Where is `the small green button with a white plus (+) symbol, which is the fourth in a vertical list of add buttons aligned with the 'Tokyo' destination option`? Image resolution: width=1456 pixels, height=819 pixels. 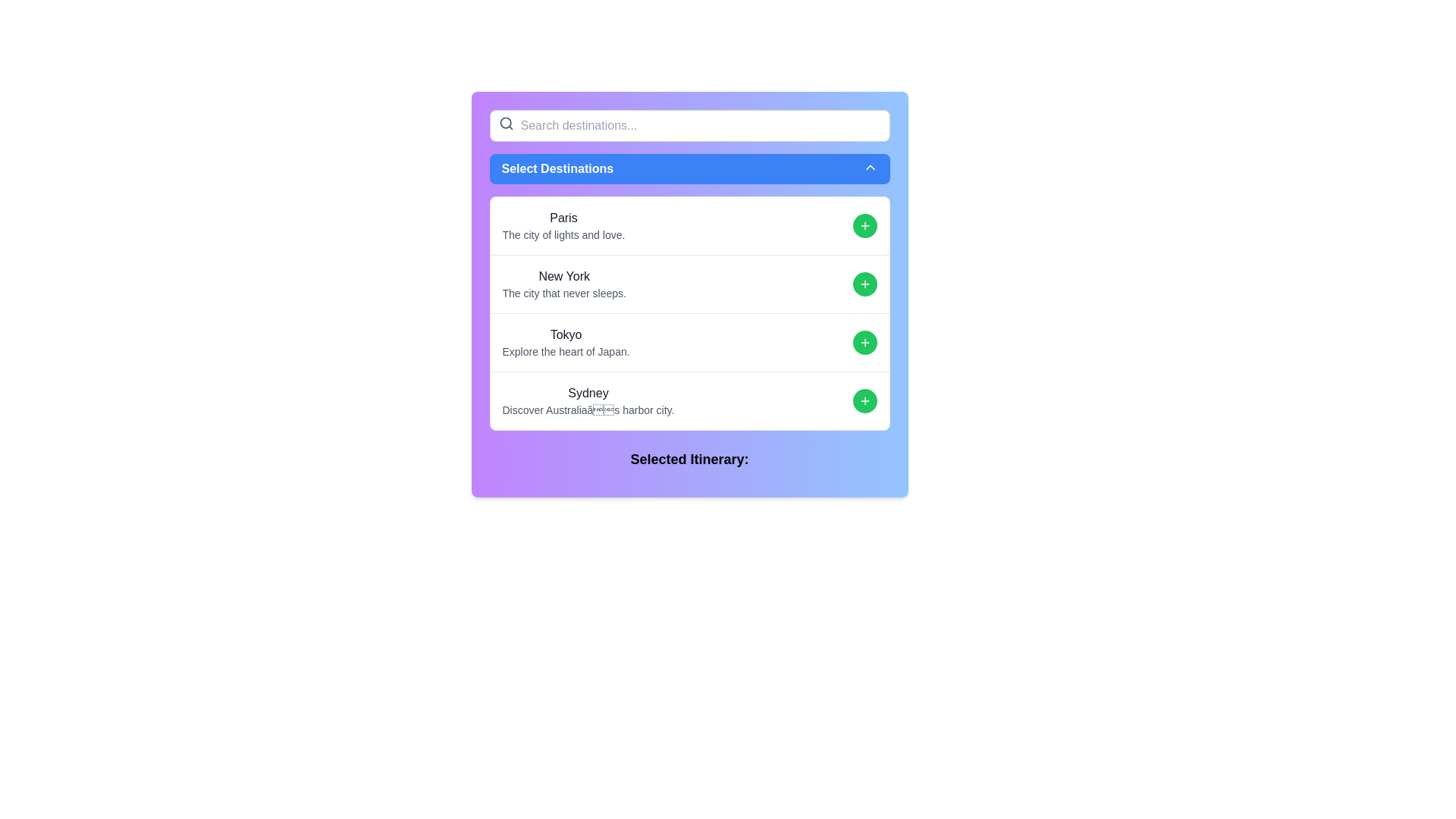 the small green button with a white plus (+) symbol, which is the fourth in a vertical list of add buttons aligned with the 'Tokyo' destination option is located at coordinates (864, 342).